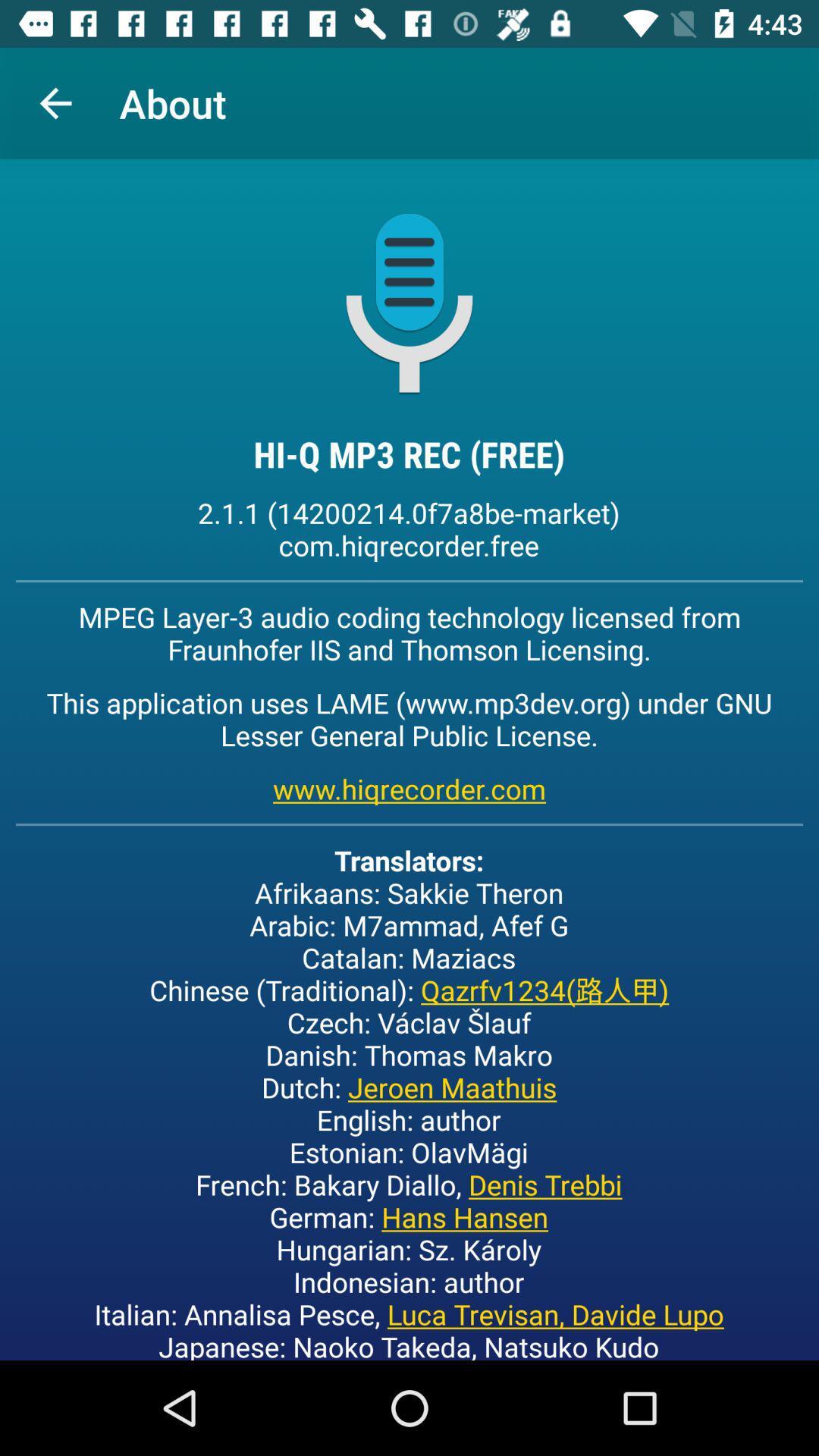 The width and height of the screenshot is (819, 1456). What do you see at coordinates (55, 102) in the screenshot?
I see `item next to about item` at bounding box center [55, 102].